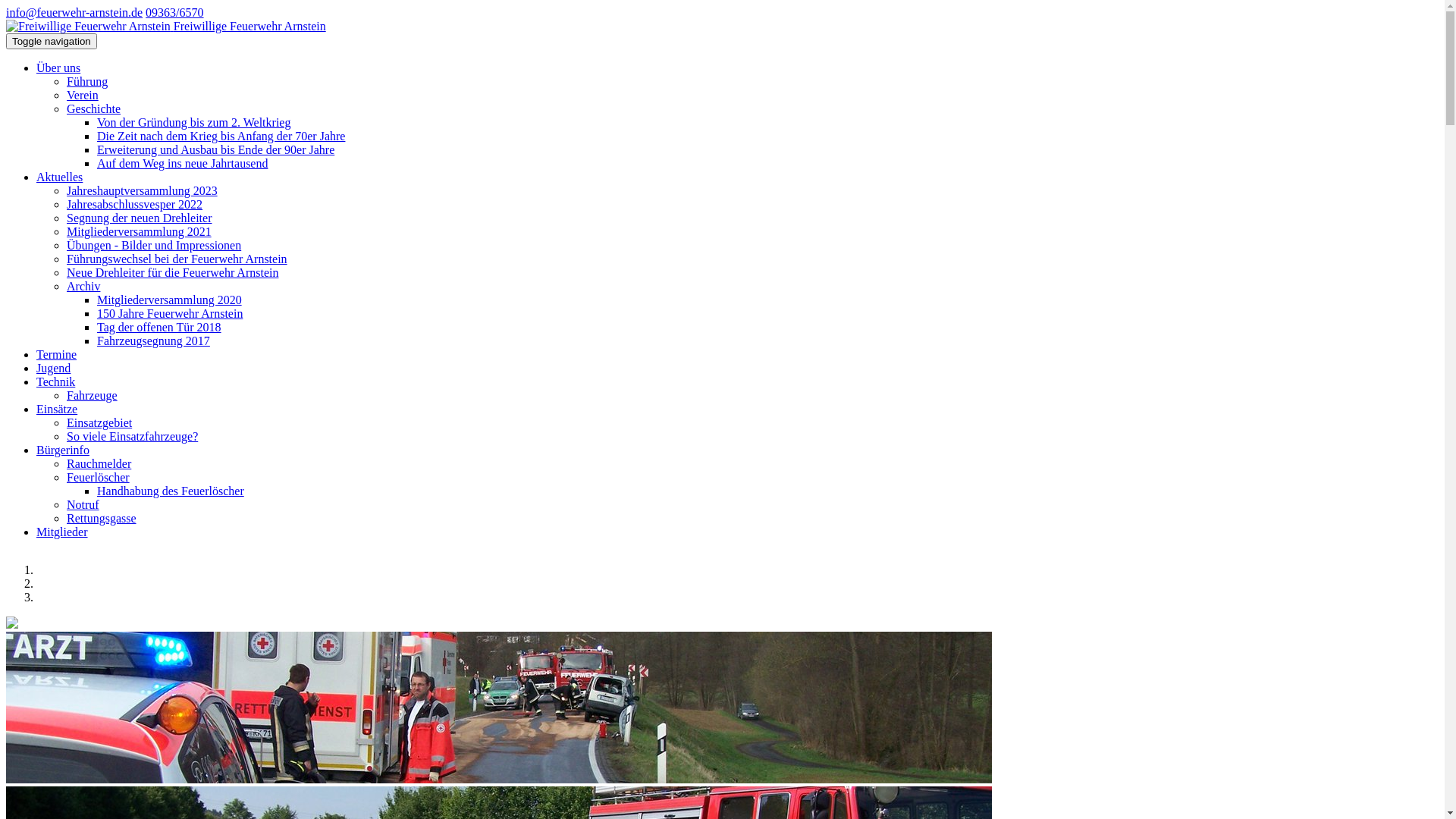 This screenshot has width=1456, height=819. Describe the element at coordinates (65, 286) in the screenshot. I see `'Archiv'` at that location.